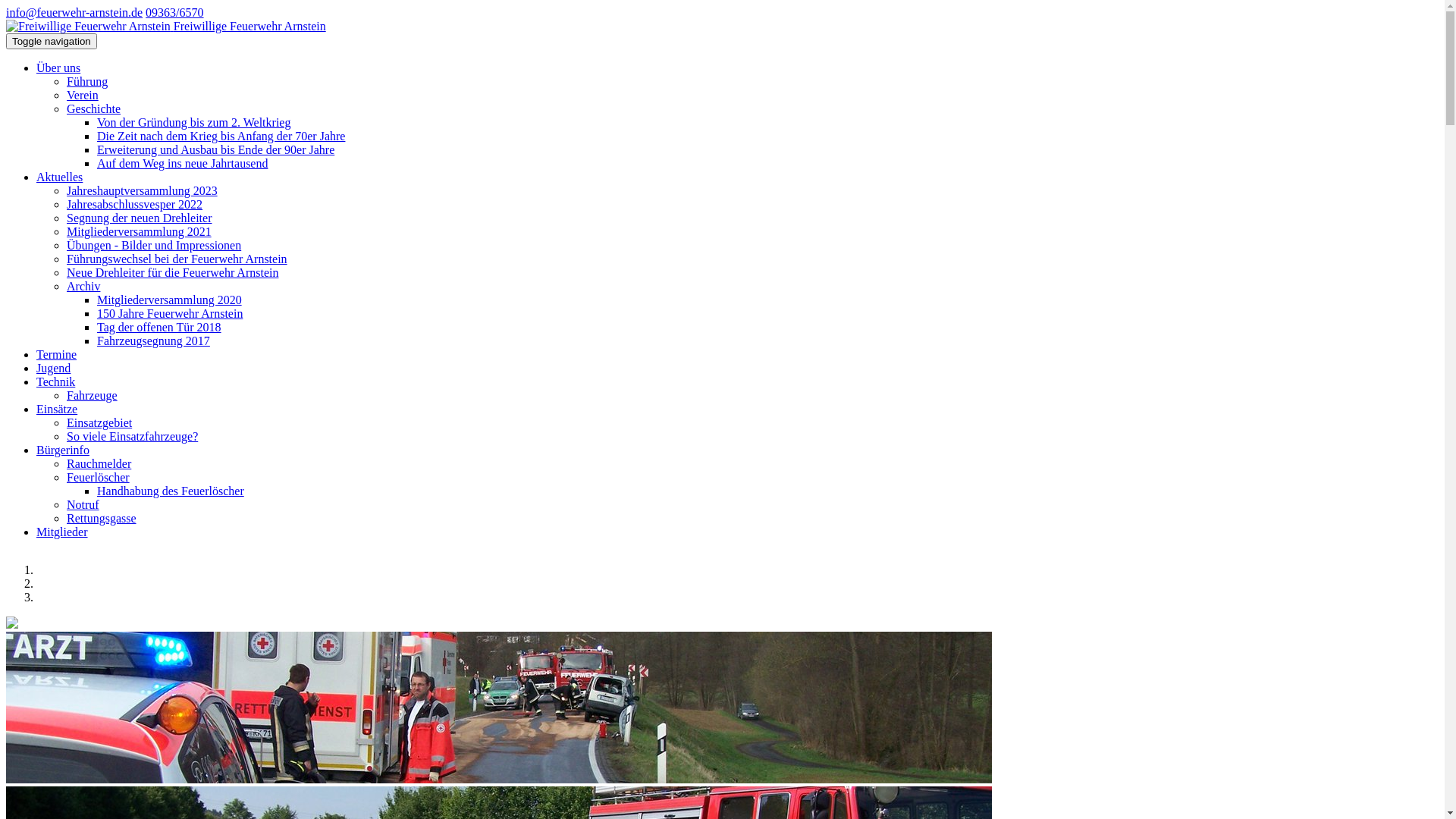 This screenshot has width=1456, height=819. Describe the element at coordinates (65, 286) in the screenshot. I see `'Archiv'` at that location.